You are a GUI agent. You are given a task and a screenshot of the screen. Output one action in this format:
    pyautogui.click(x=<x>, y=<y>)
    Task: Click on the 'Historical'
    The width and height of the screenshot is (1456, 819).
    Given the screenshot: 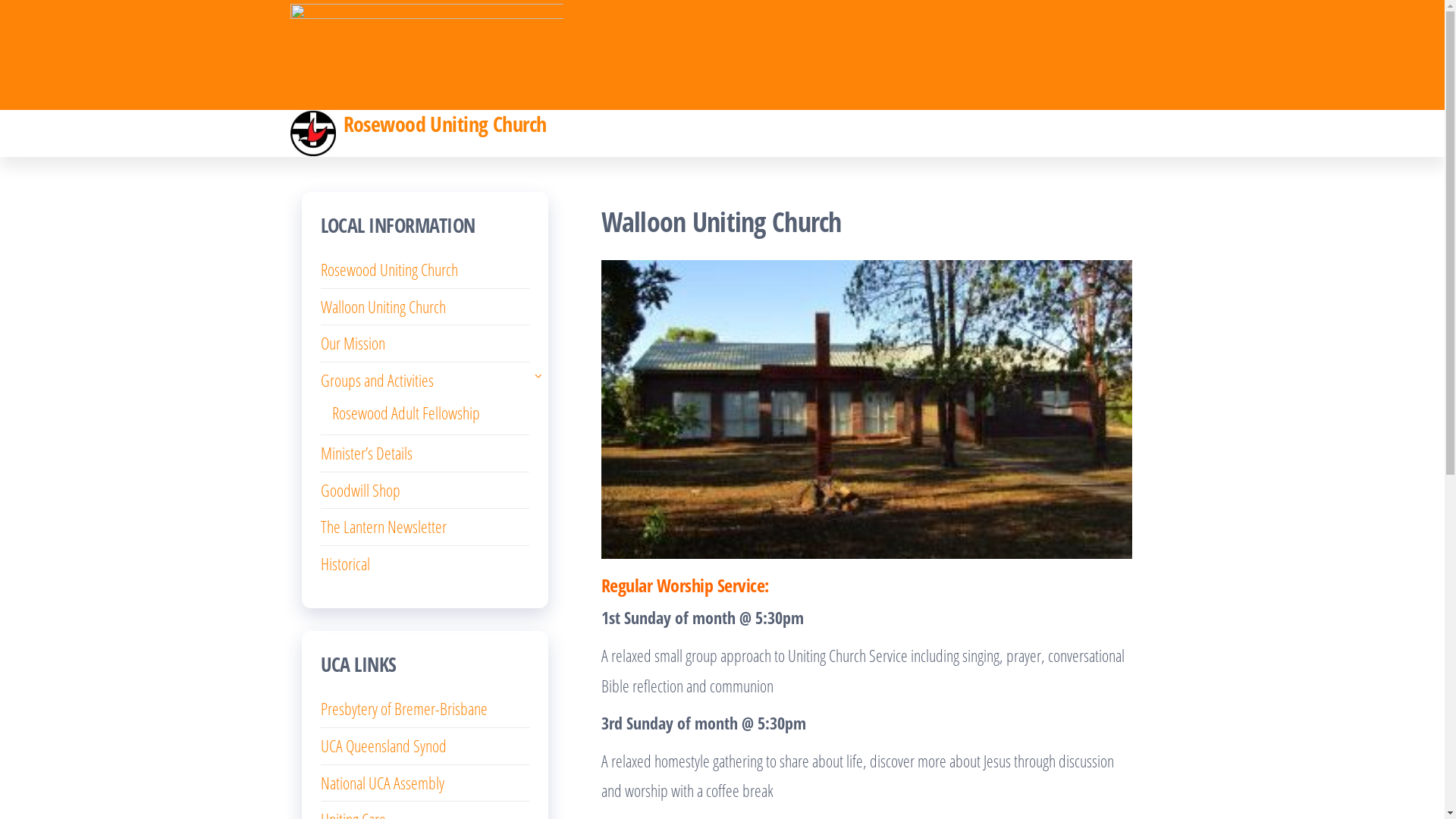 What is the action you would take?
    pyautogui.click(x=319, y=563)
    